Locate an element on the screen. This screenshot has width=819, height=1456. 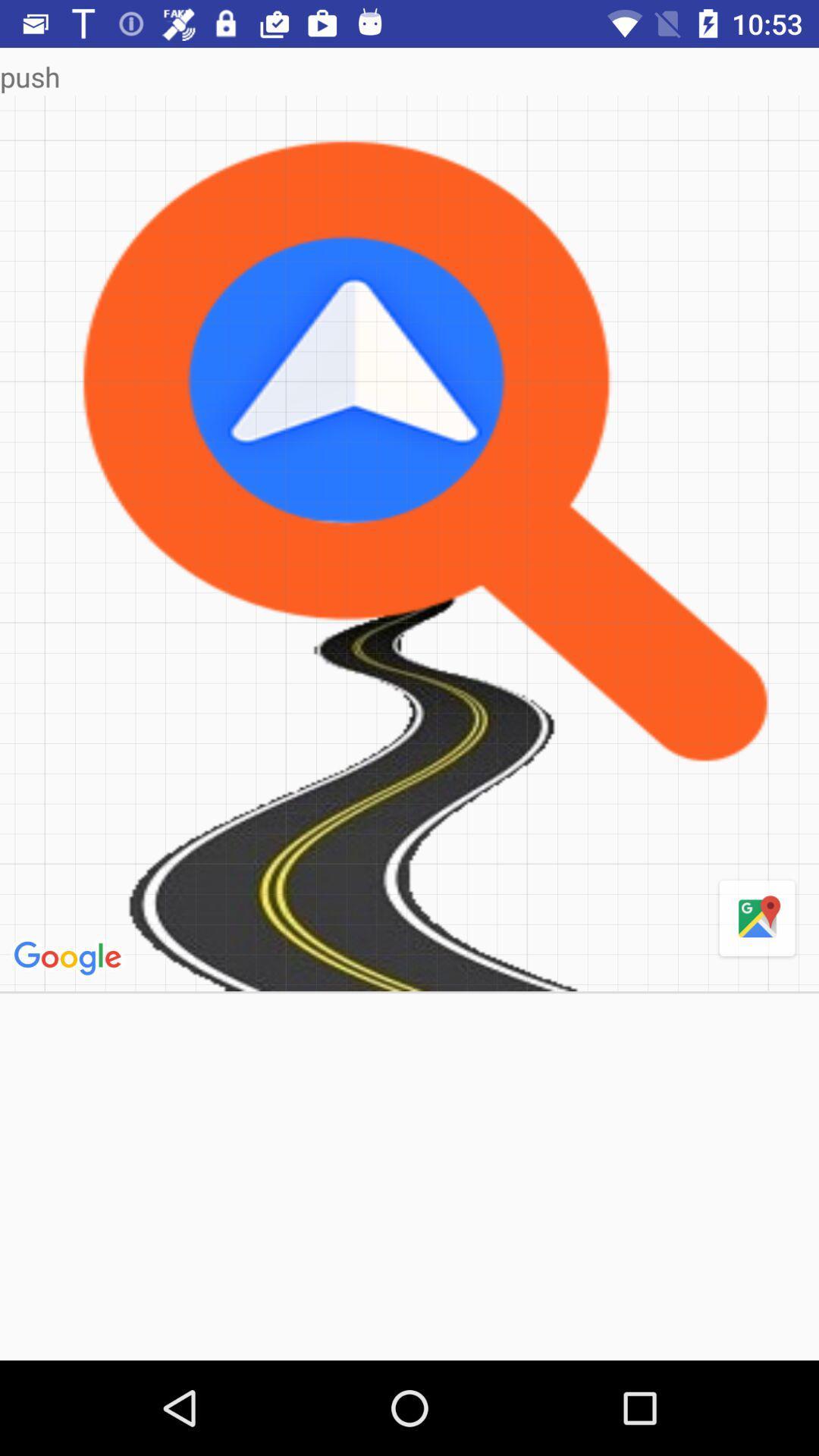
the icon at the center is located at coordinates (409, 543).